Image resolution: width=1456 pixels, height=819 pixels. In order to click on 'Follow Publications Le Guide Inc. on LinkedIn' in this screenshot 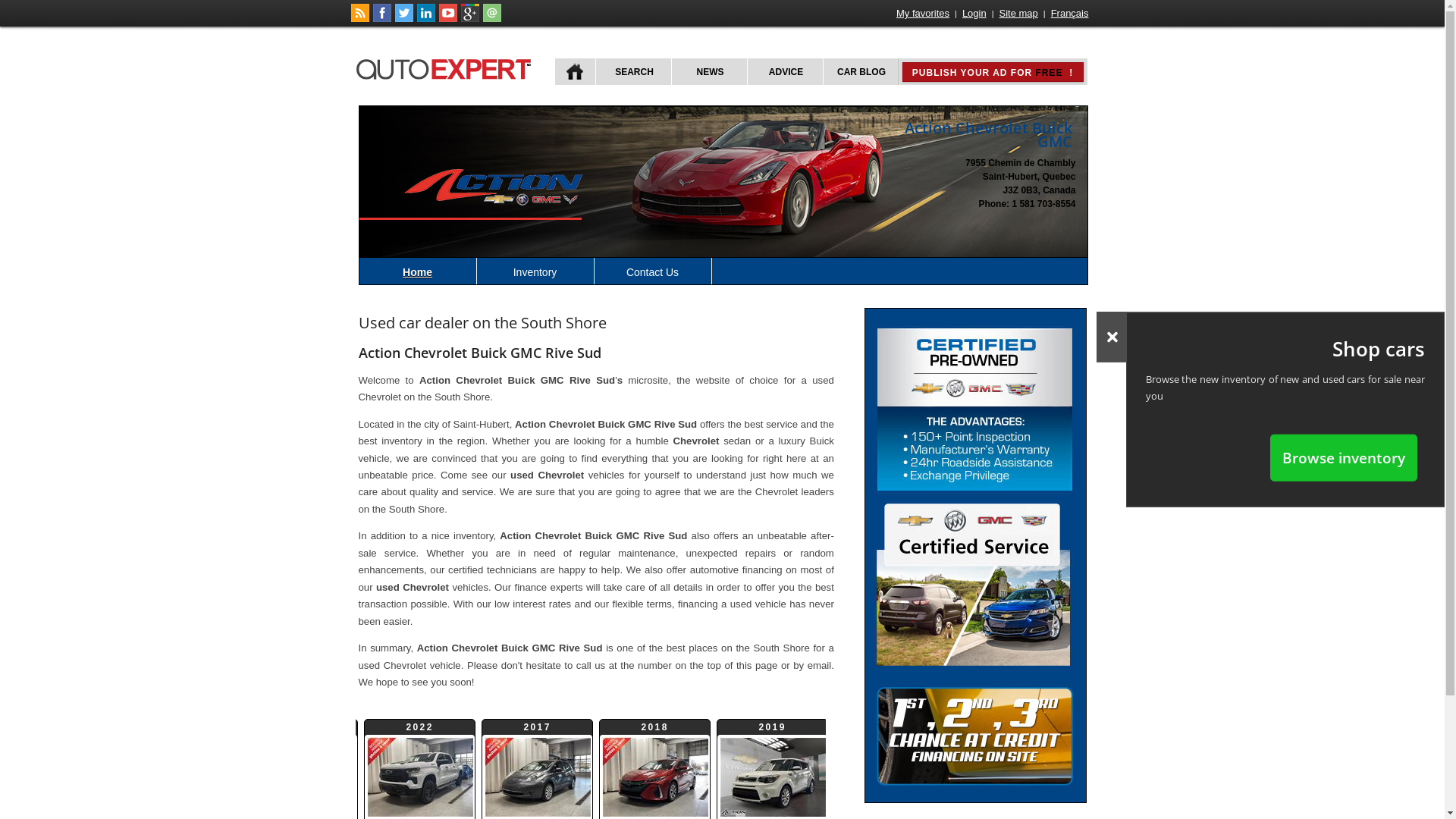, I will do `click(425, 18)`.